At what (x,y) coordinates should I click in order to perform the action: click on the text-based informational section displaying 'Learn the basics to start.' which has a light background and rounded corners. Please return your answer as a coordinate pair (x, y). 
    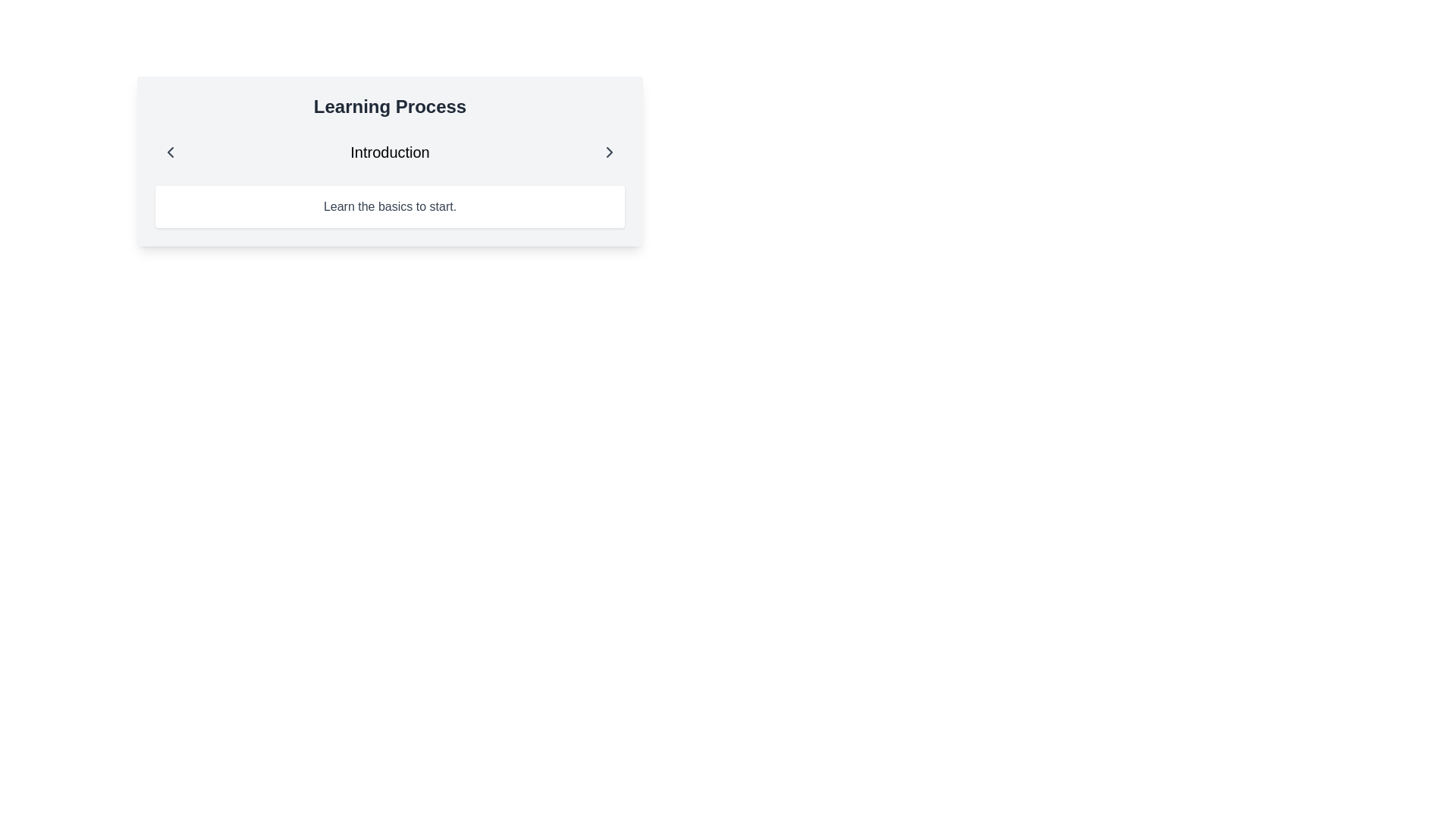
    Looking at the image, I should click on (390, 207).